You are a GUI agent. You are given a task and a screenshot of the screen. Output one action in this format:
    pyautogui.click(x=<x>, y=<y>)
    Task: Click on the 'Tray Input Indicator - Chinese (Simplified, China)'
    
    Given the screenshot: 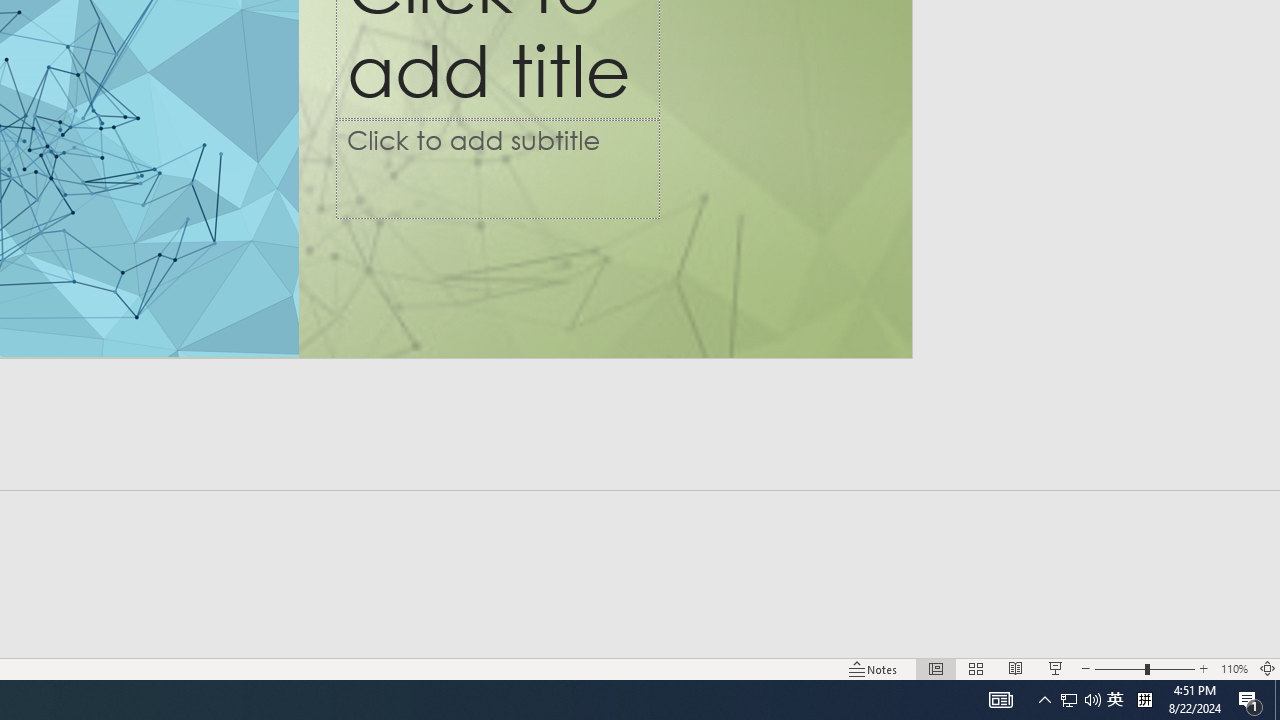 What is the action you would take?
    pyautogui.click(x=1144, y=698)
    